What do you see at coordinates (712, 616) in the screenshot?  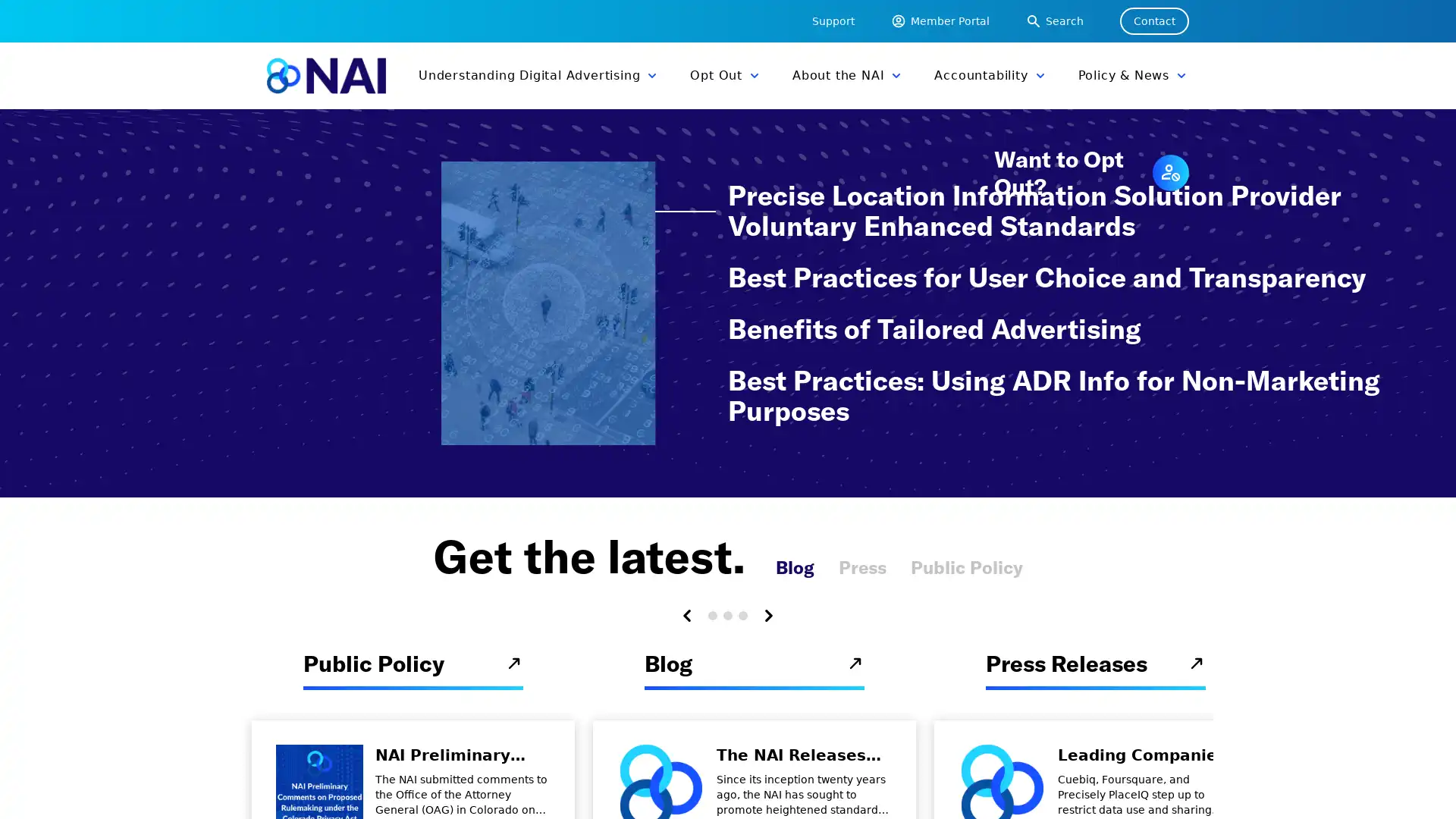 I see `Carousel Page 1 (Current Slide)` at bounding box center [712, 616].